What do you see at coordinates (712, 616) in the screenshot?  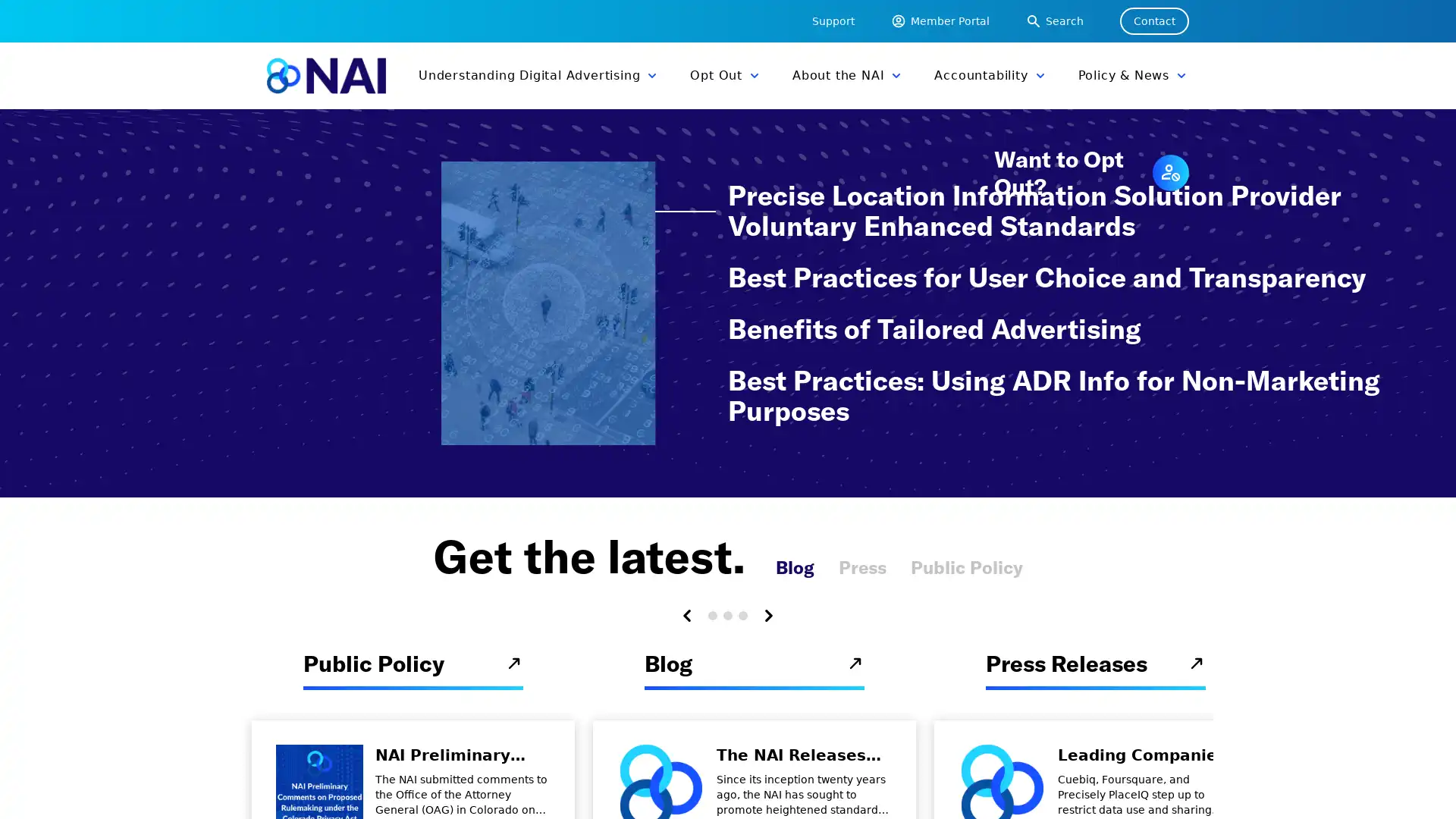 I see `Carousel Page 1 (Current Slide)` at bounding box center [712, 616].